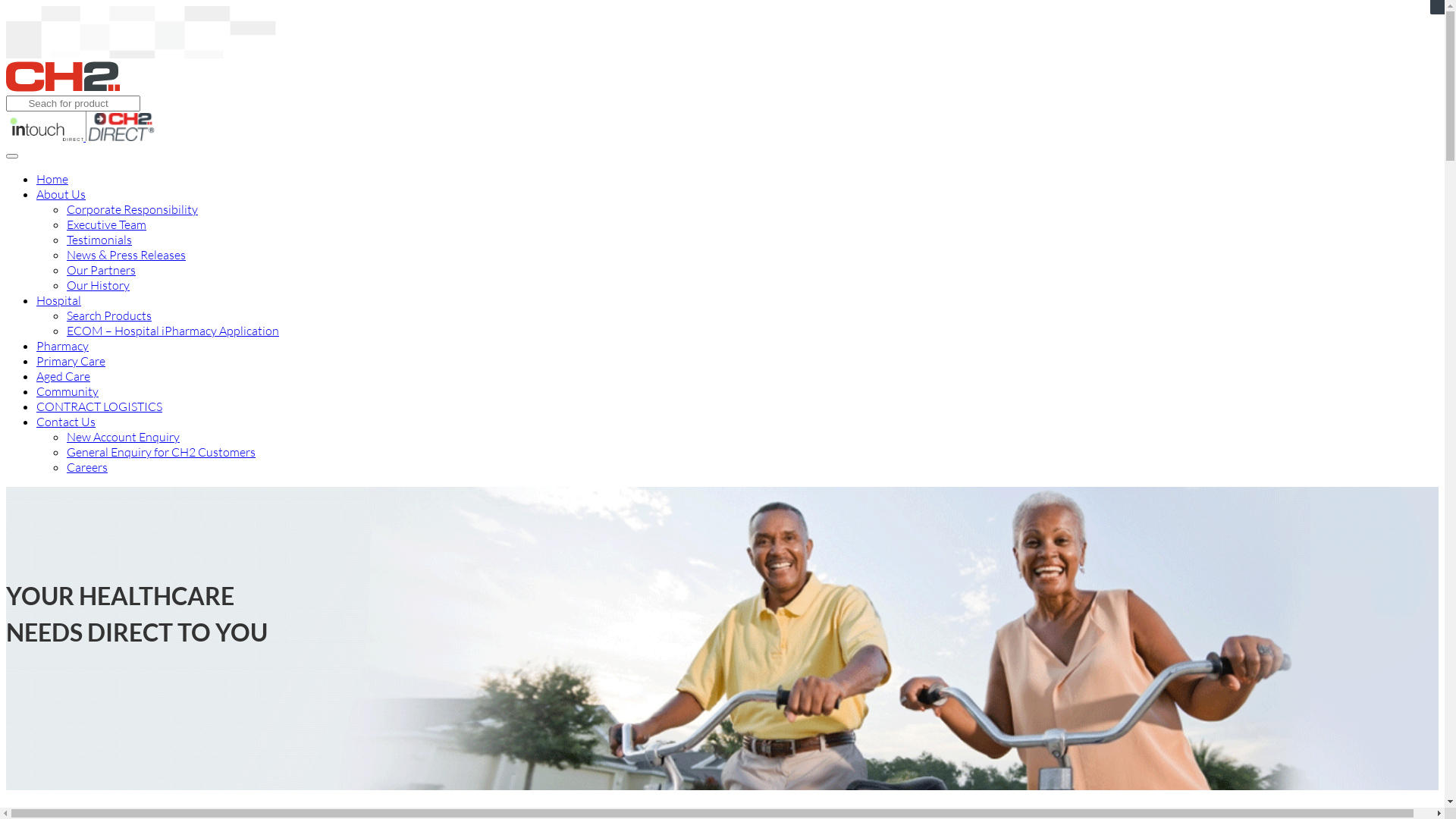 The width and height of the screenshot is (1456, 819). I want to click on 'Search Products', so click(108, 315).